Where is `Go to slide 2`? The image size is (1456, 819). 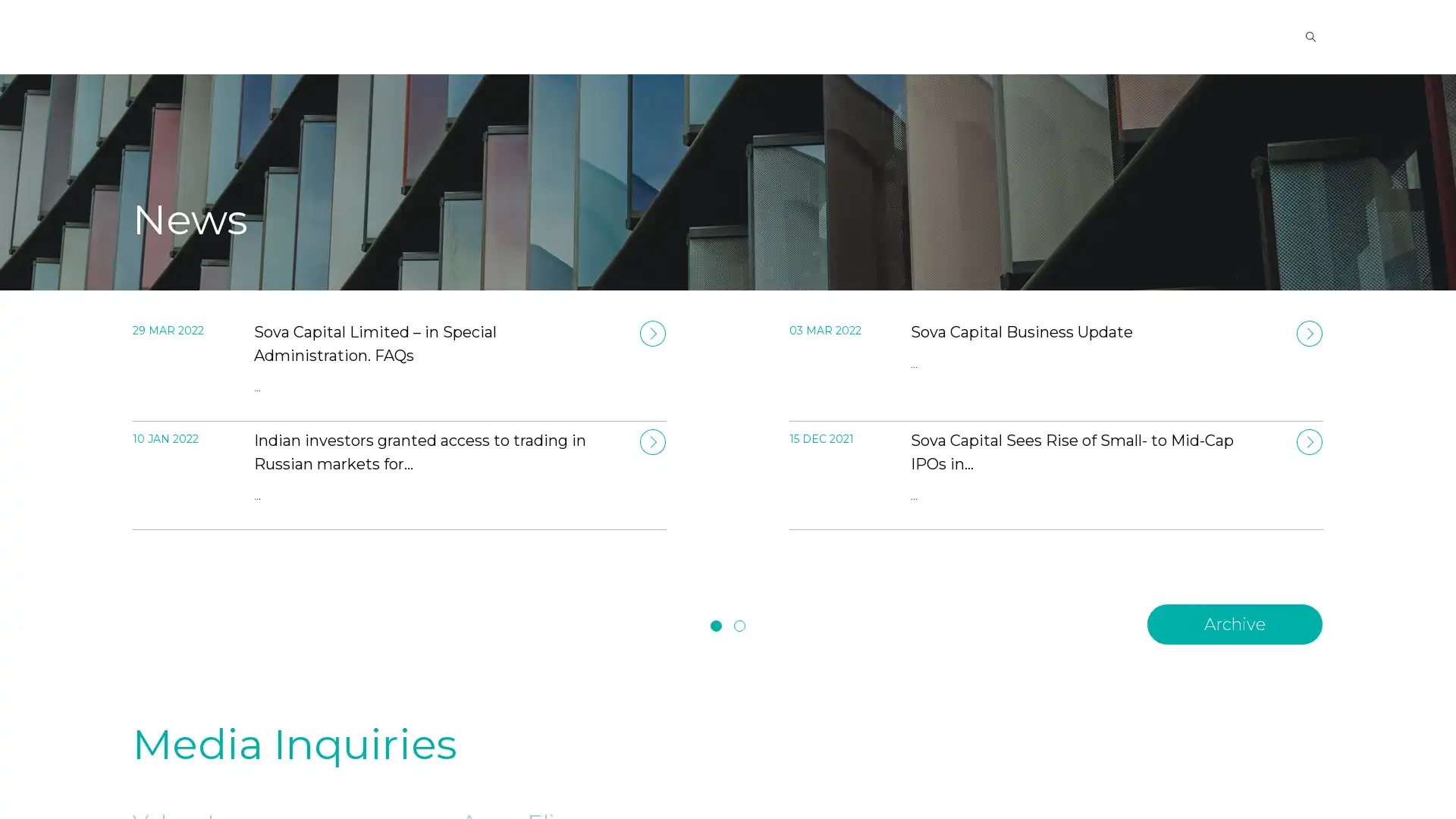
Go to slide 2 is located at coordinates (739, 626).